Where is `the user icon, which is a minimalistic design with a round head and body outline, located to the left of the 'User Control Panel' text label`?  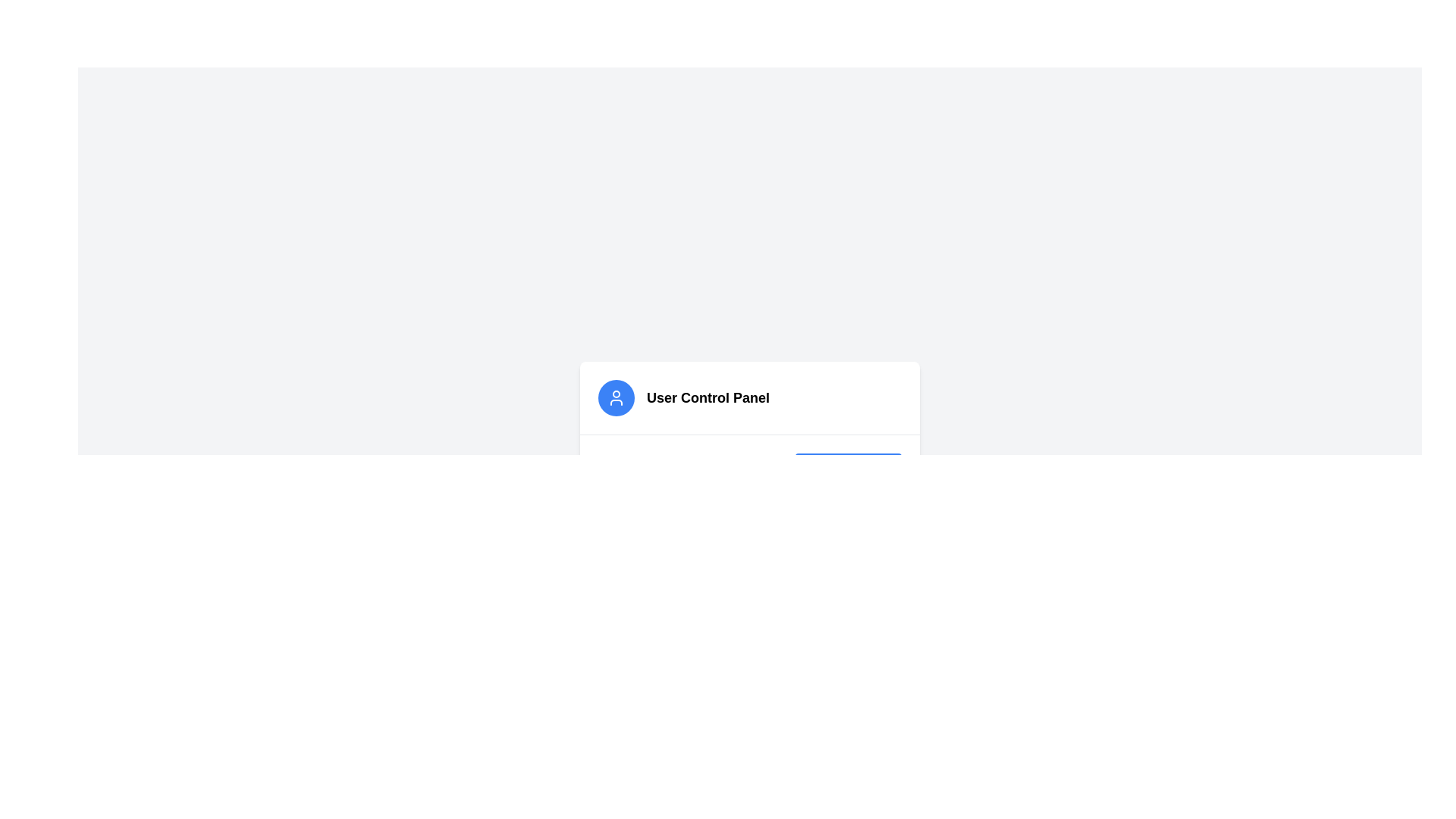 the user icon, which is a minimalistic design with a round head and body outline, located to the left of the 'User Control Panel' text label is located at coordinates (616, 397).